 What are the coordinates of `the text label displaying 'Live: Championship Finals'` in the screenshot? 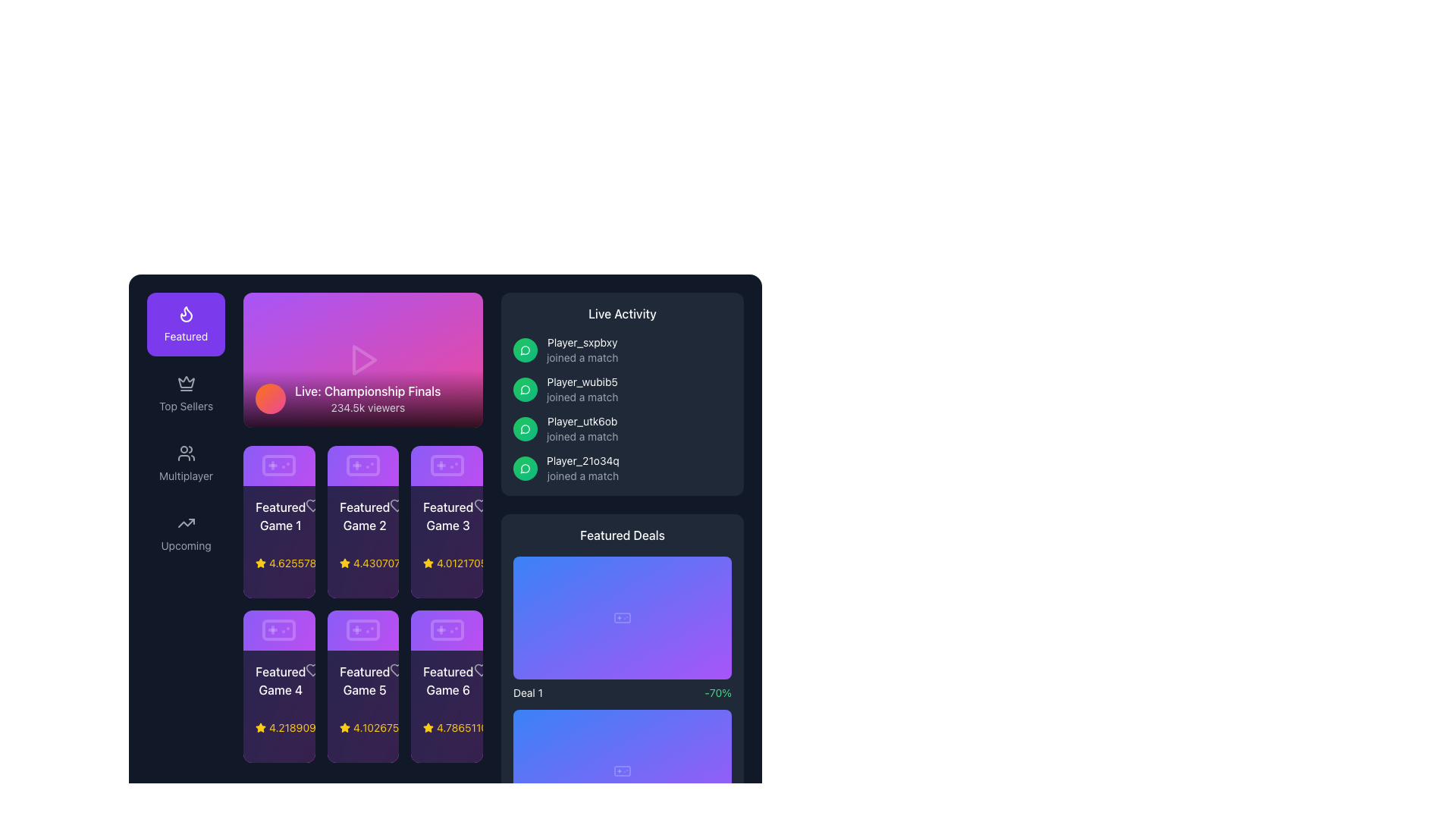 It's located at (368, 397).